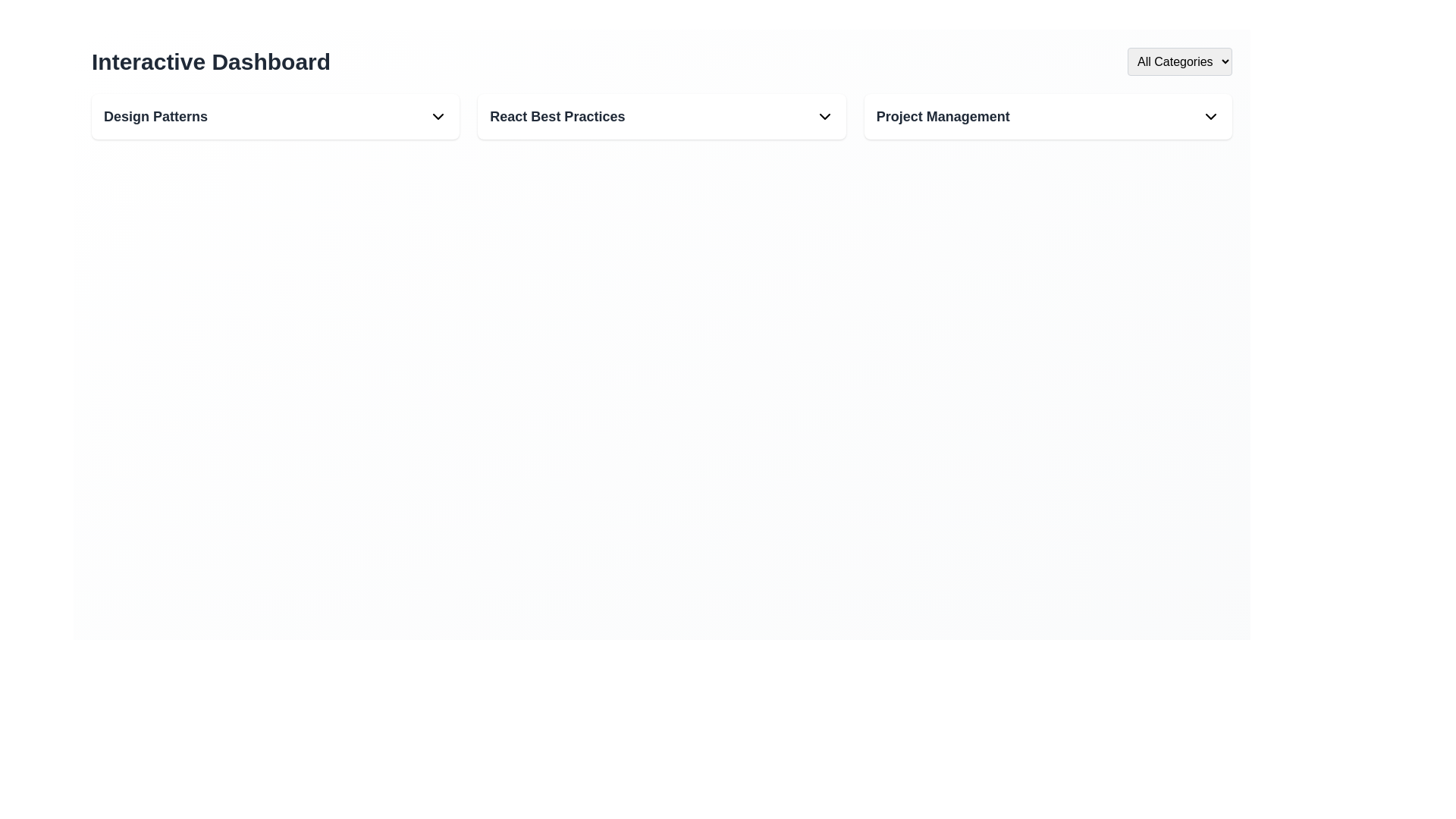 The image size is (1456, 819). What do you see at coordinates (824, 116) in the screenshot?
I see `the dropdown toggle button icon associated with the 'React Best Practices' label` at bounding box center [824, 116].